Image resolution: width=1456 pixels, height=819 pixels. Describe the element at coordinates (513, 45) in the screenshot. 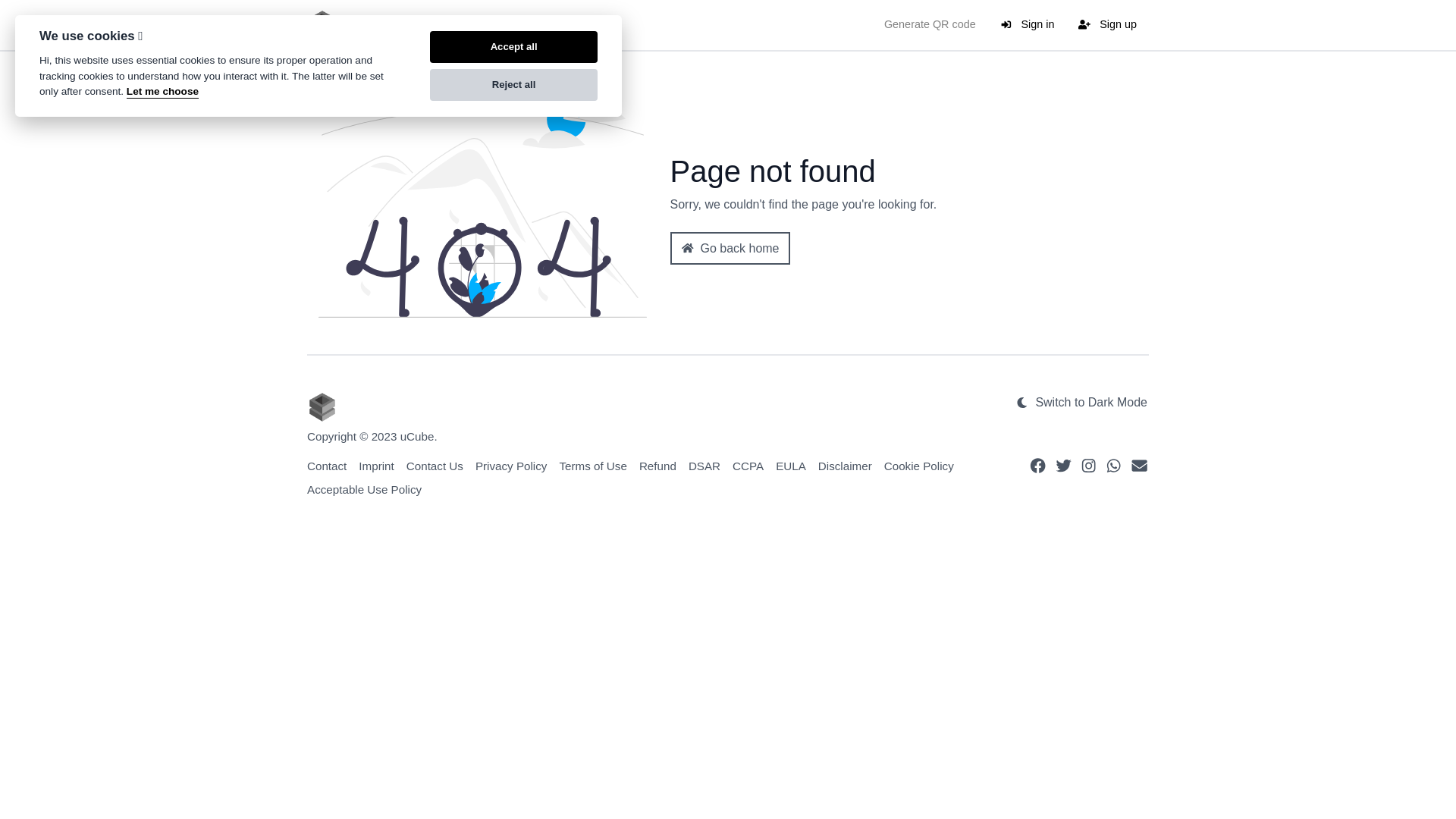

I see `'Accept all'` at that location.